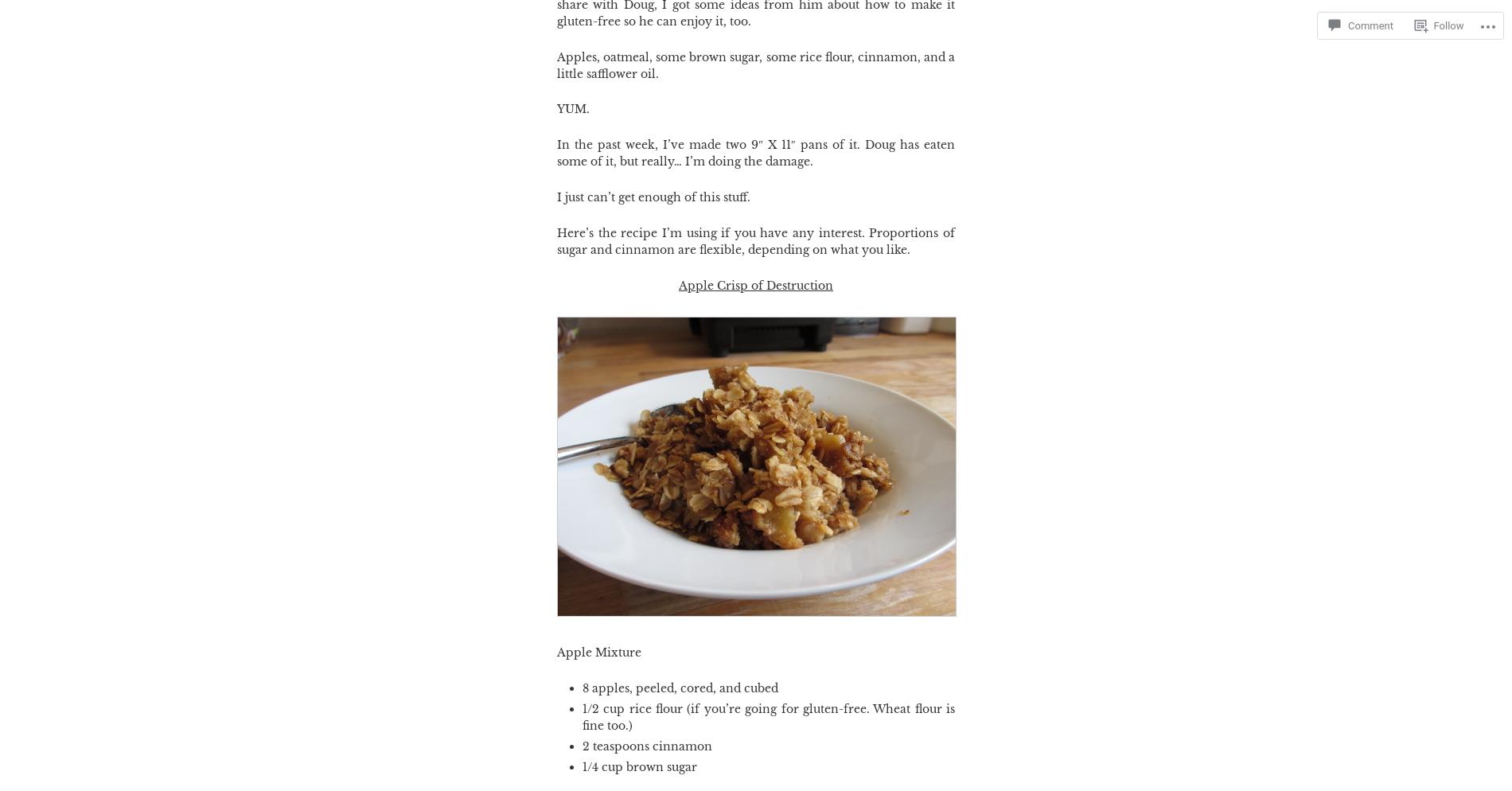  What do you see at coordinates (572, 107) in the screenshot?
I see `'YUM.'` at bounding box center [572, 107].